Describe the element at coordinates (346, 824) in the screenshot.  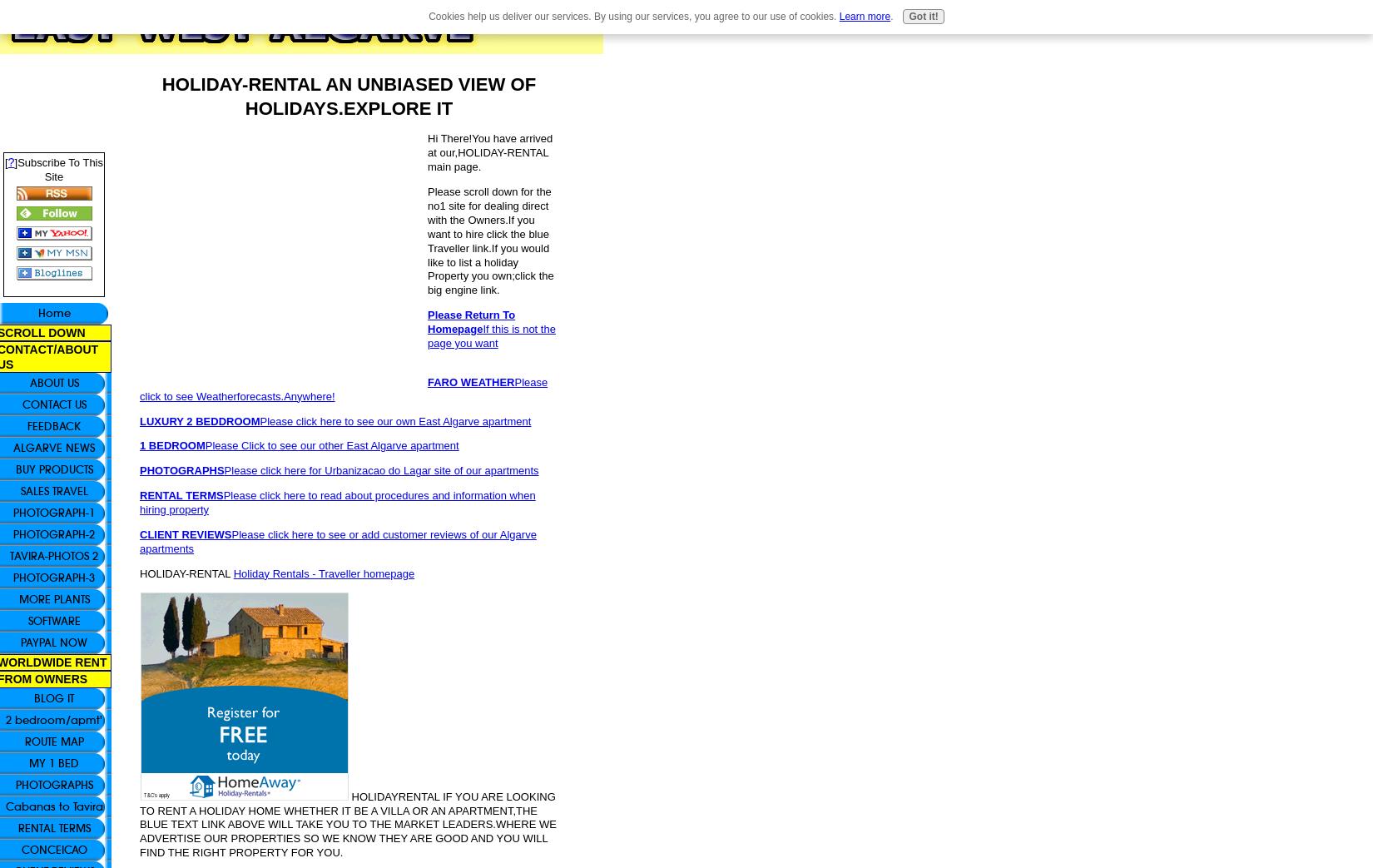
I see `'HOLIDAYRENTAL IF YOU ARE LOOKING TO RENT A HOLIDAY HOME WHETHER IT BE A VILLA OR AN APARTMENT,THE BLUE TEXT LINK ABOVE WILL TAKE YOU TO THE MARKET LEADERS.WHERE WE ADVERTISE OUR PROPERTIES SO WE KNOW THEY ARE GOOD AND YOU WILL FIND THE RIGHT PROPERTY FOR YOU.'` at that location.